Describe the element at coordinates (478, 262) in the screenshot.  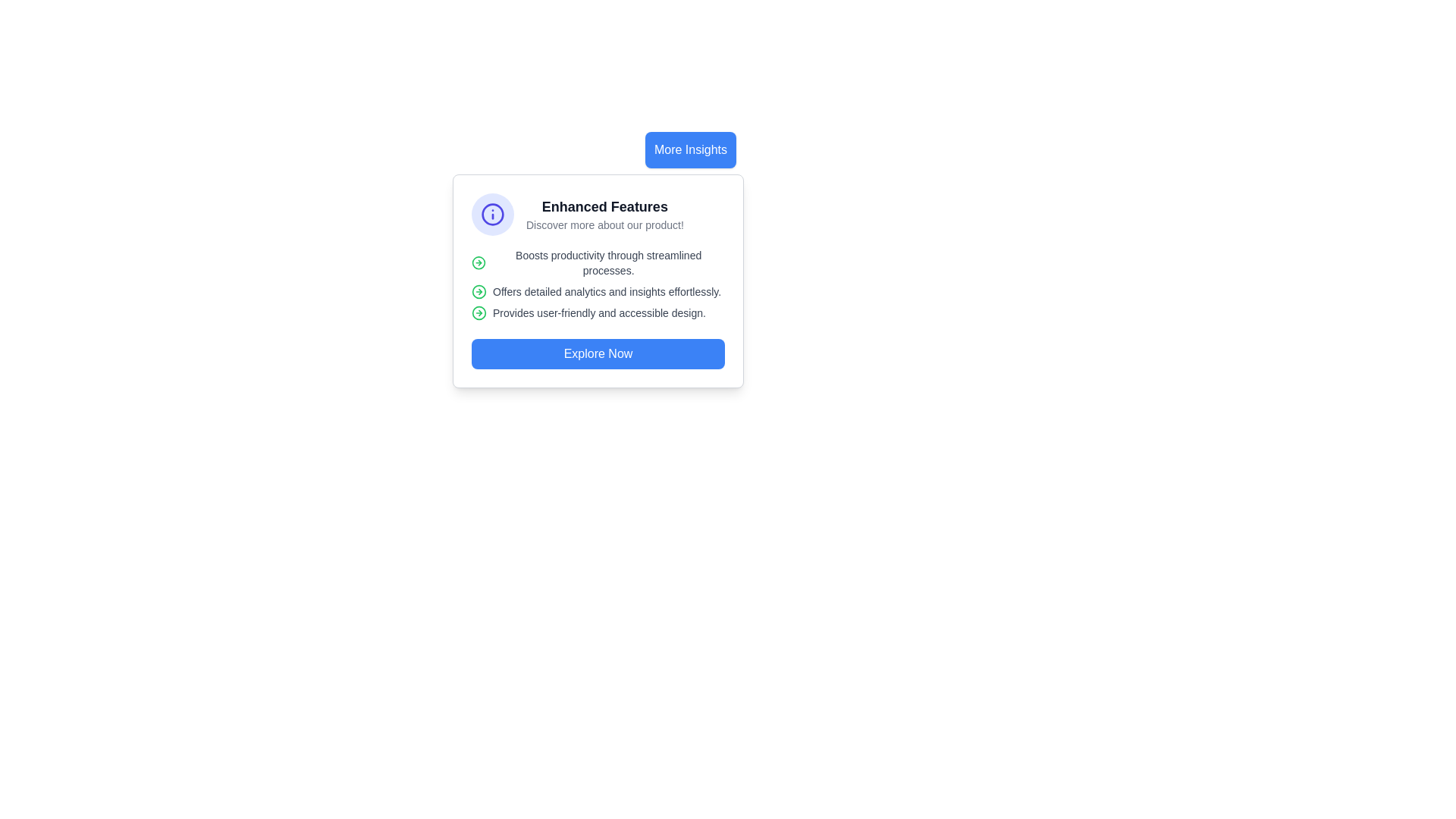
I see `the circular arrow icon with a green border, which indicates a positive action, positioned before the text 'Boosts productivity through streamlined processes.'` at that location.